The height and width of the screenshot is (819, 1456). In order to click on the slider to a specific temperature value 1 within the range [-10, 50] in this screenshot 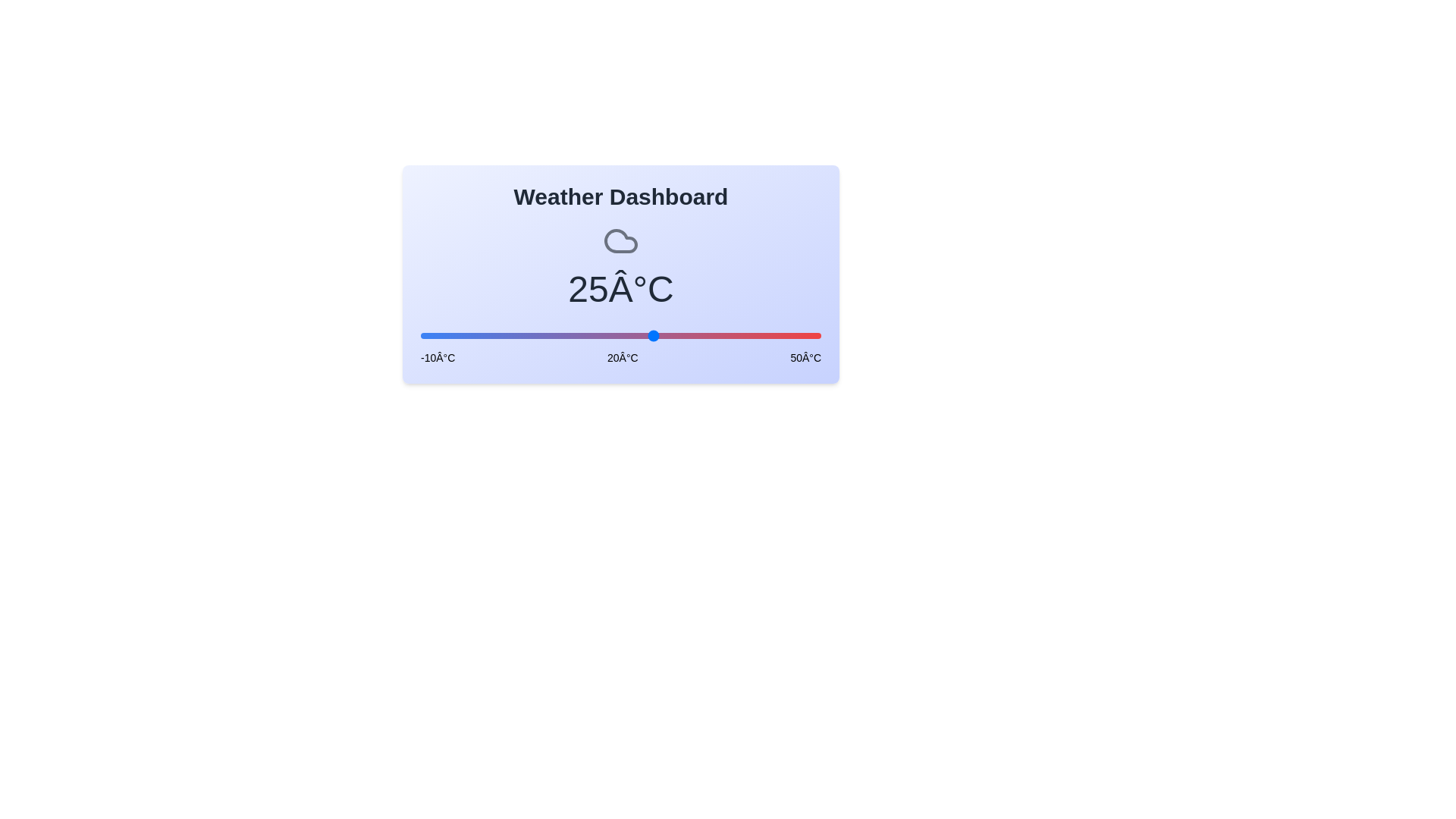, I will do `click(494, 335)`.